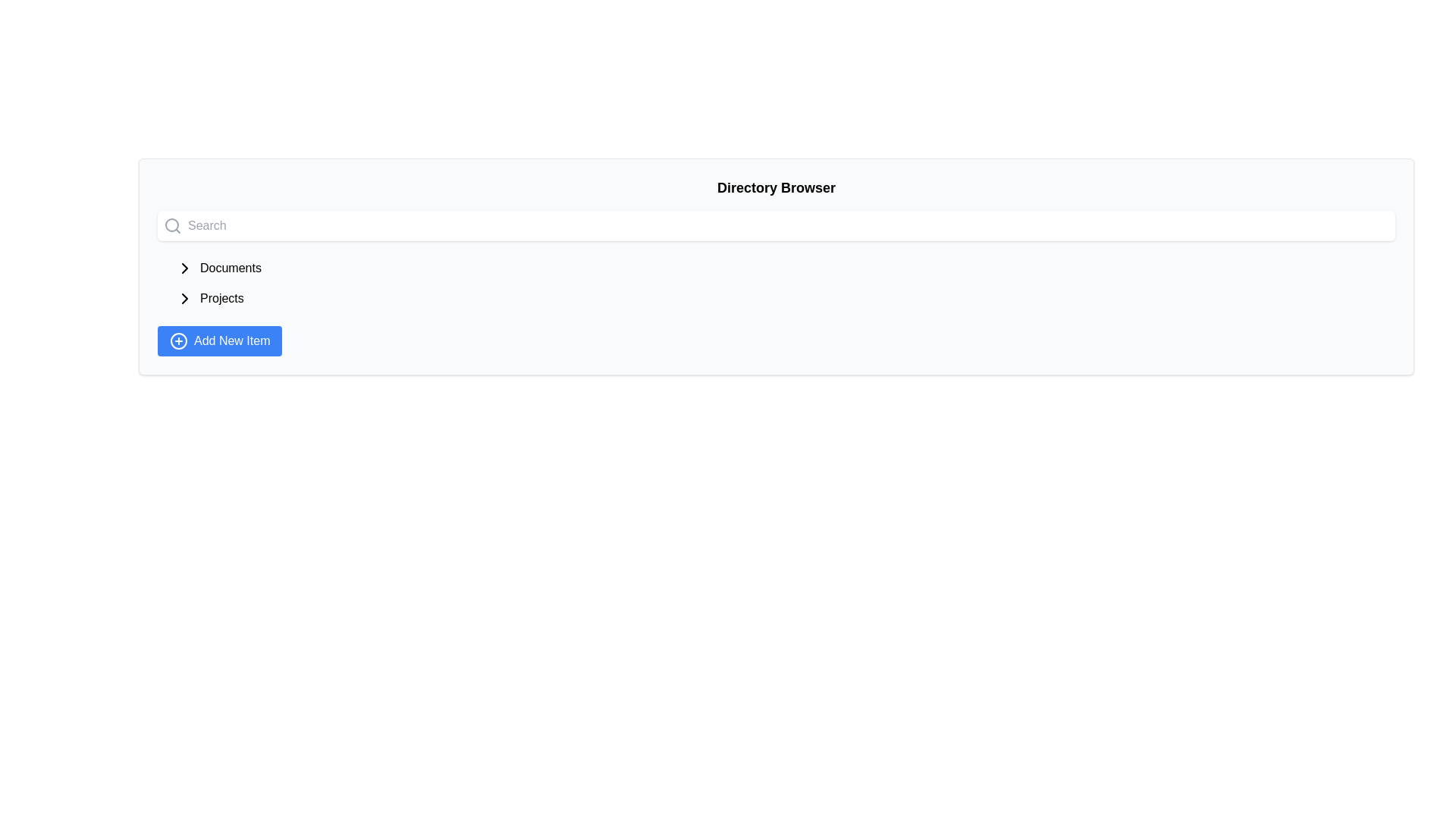 This screenshot has width=1456, height=819. What do you see at coordinates (178, 341) in the screenshot?
I see `the decorative circular graphical element positioned inside the 'Add New Item' button` at bounding box center [178, 341].